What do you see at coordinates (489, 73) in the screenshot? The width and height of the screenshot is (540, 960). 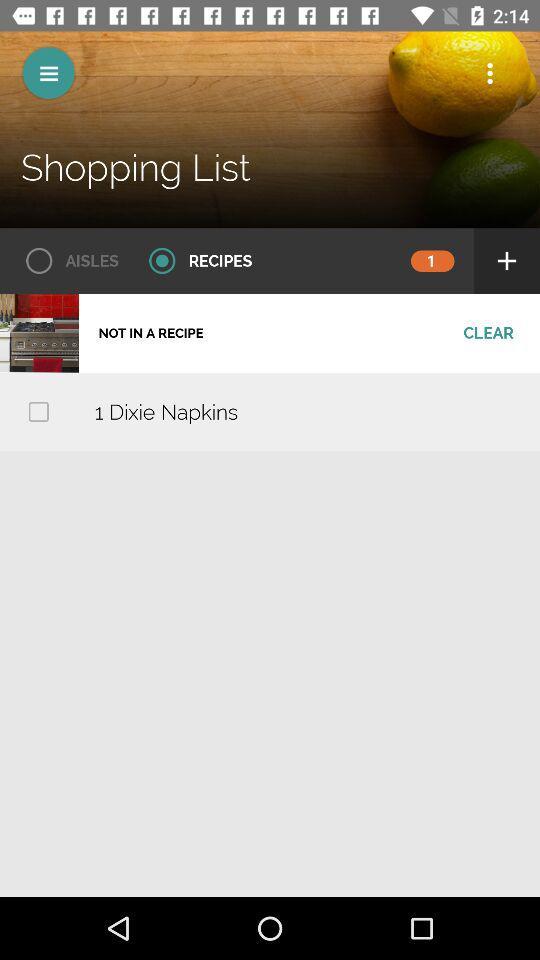 I see `more options` at bounding box center [489, 73].